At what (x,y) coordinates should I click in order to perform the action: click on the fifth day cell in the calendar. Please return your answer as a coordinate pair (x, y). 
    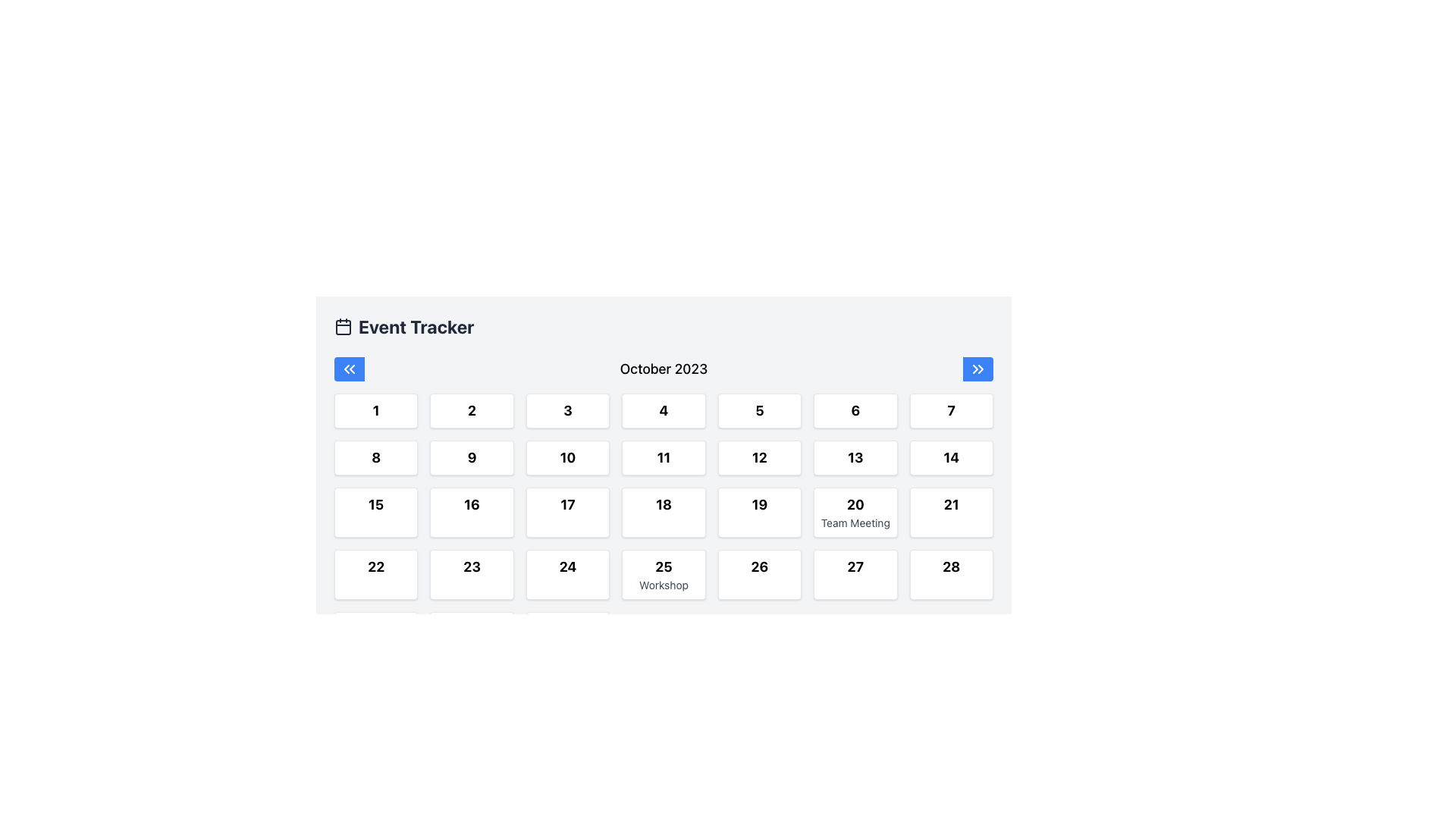
    Looking at the image, I should click on (759, 411).